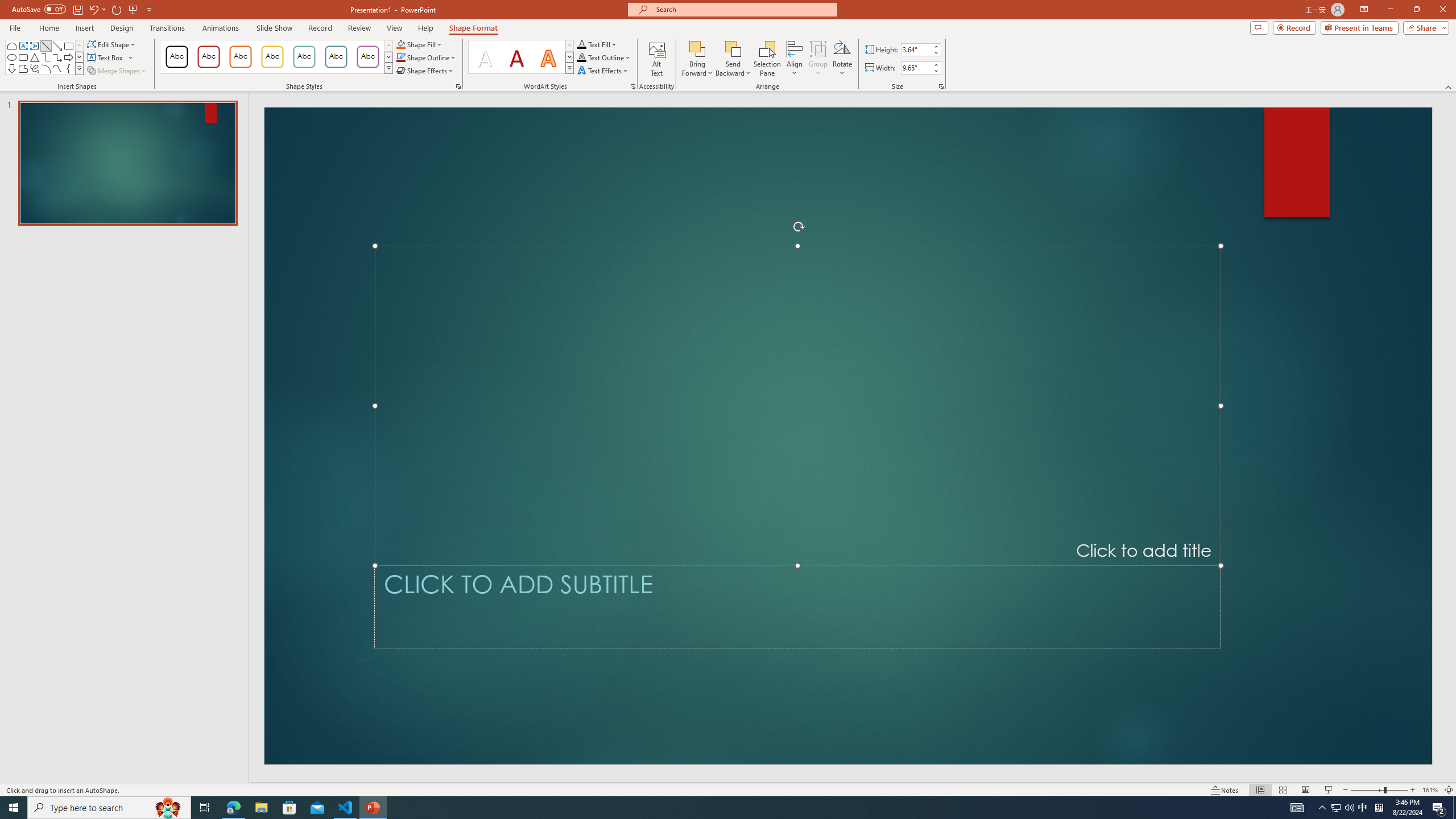  Describe the element at coordinates (1430, 790) in the screenshot. I see `'Zoom 161%'` at that location.